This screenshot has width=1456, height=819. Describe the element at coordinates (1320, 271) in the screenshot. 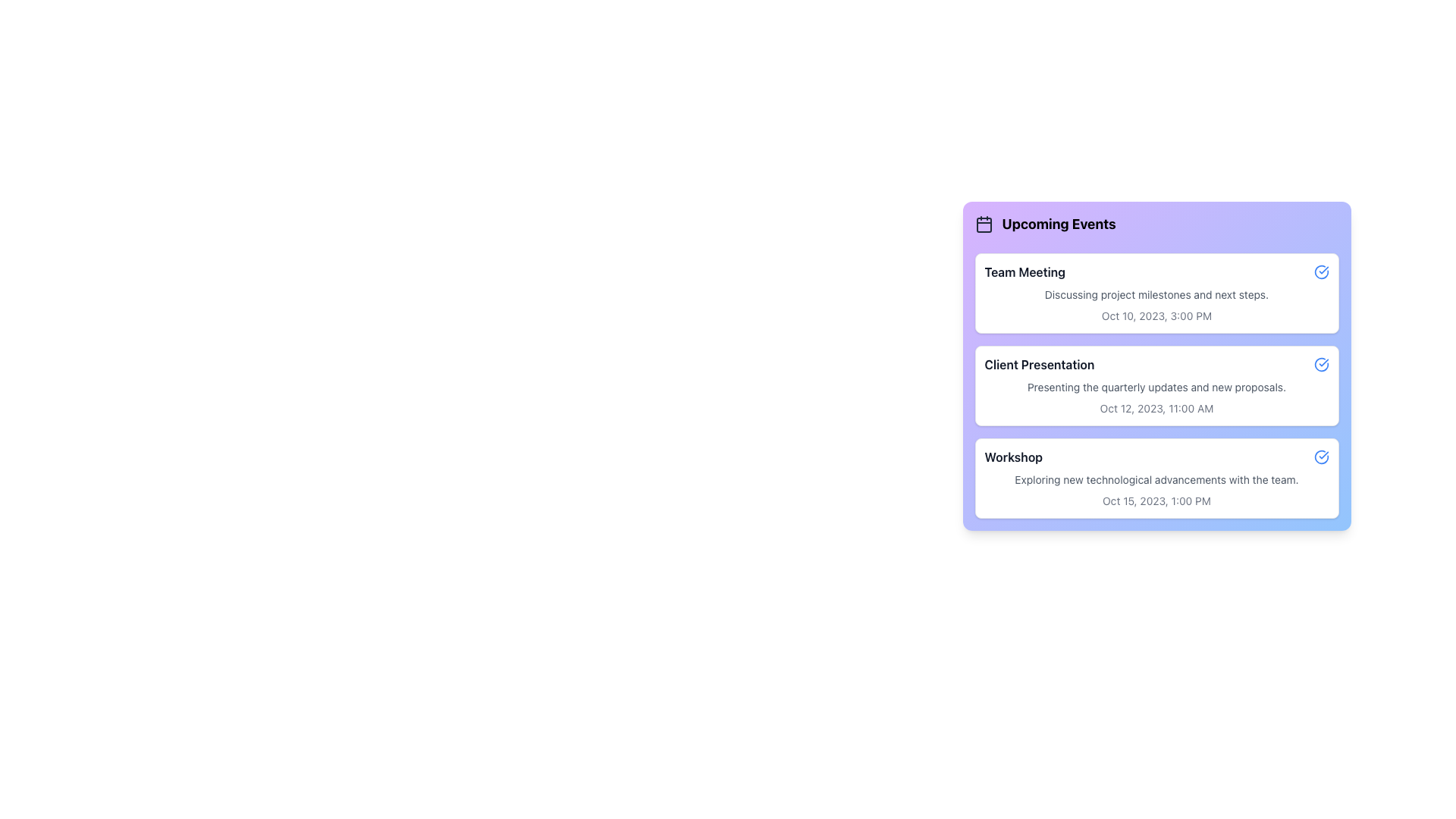

I see `the circular notification icon located in the top-right corner of the 'Team Meeting' section within the 'Upcoming Events' panel` at that location.